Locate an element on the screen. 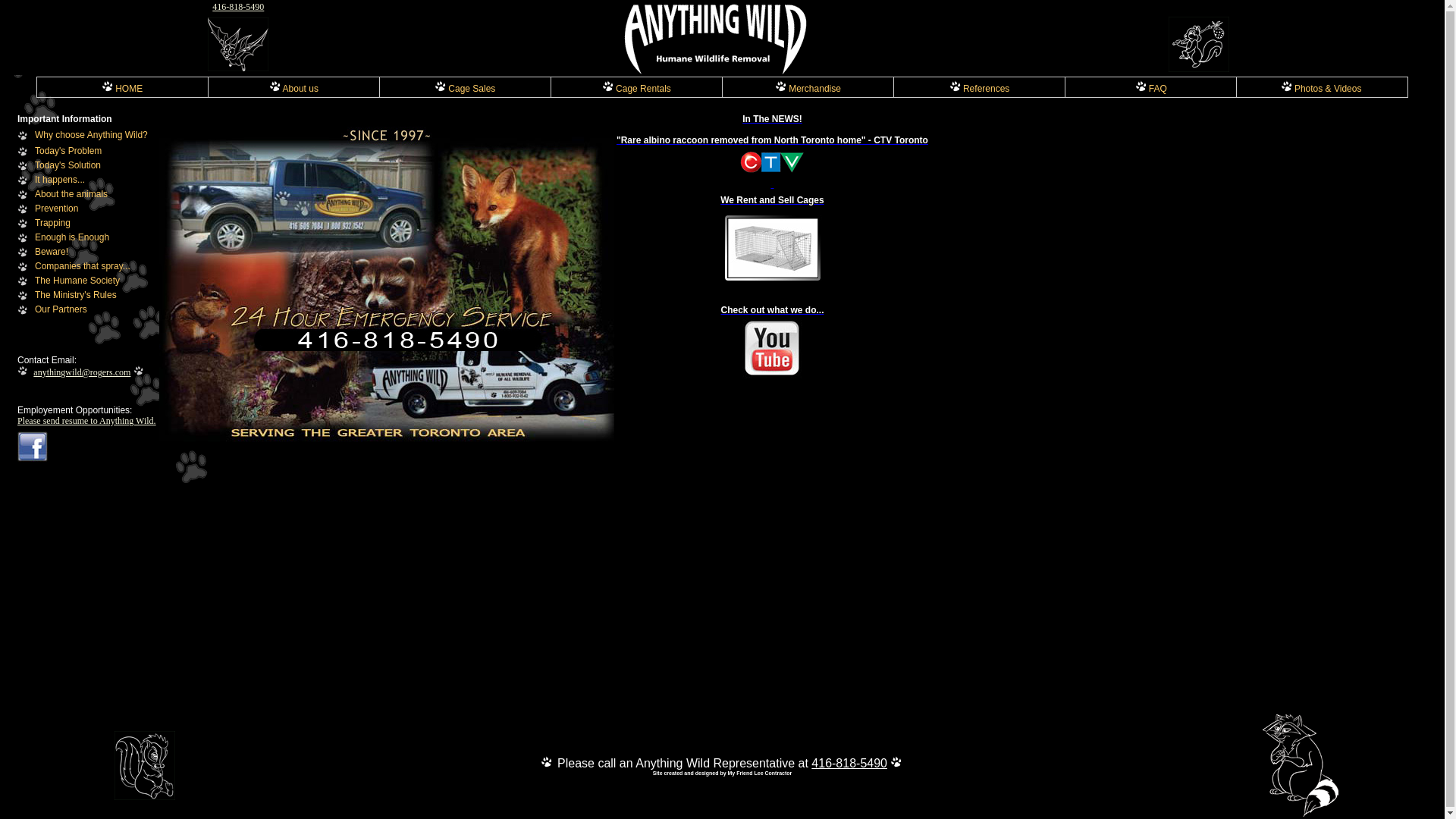 The image size is (1456, 819). 'Check out what we do...' is located at coordinates (772, 341).